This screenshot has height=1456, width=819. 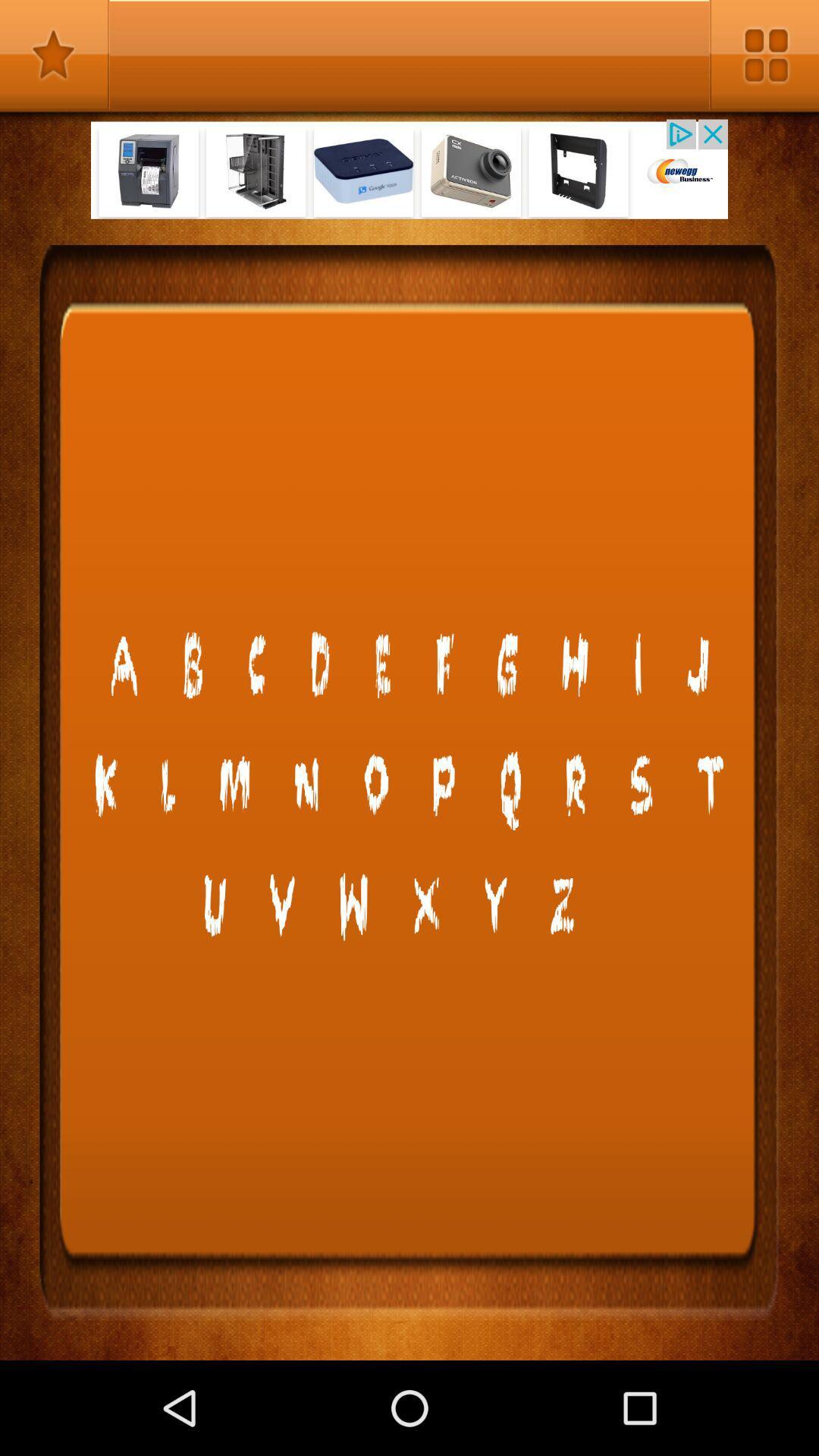 What do you see at coordinates (409, 169) in the screenshot?
I see `open advertisement` at bounding box center [409, 169].